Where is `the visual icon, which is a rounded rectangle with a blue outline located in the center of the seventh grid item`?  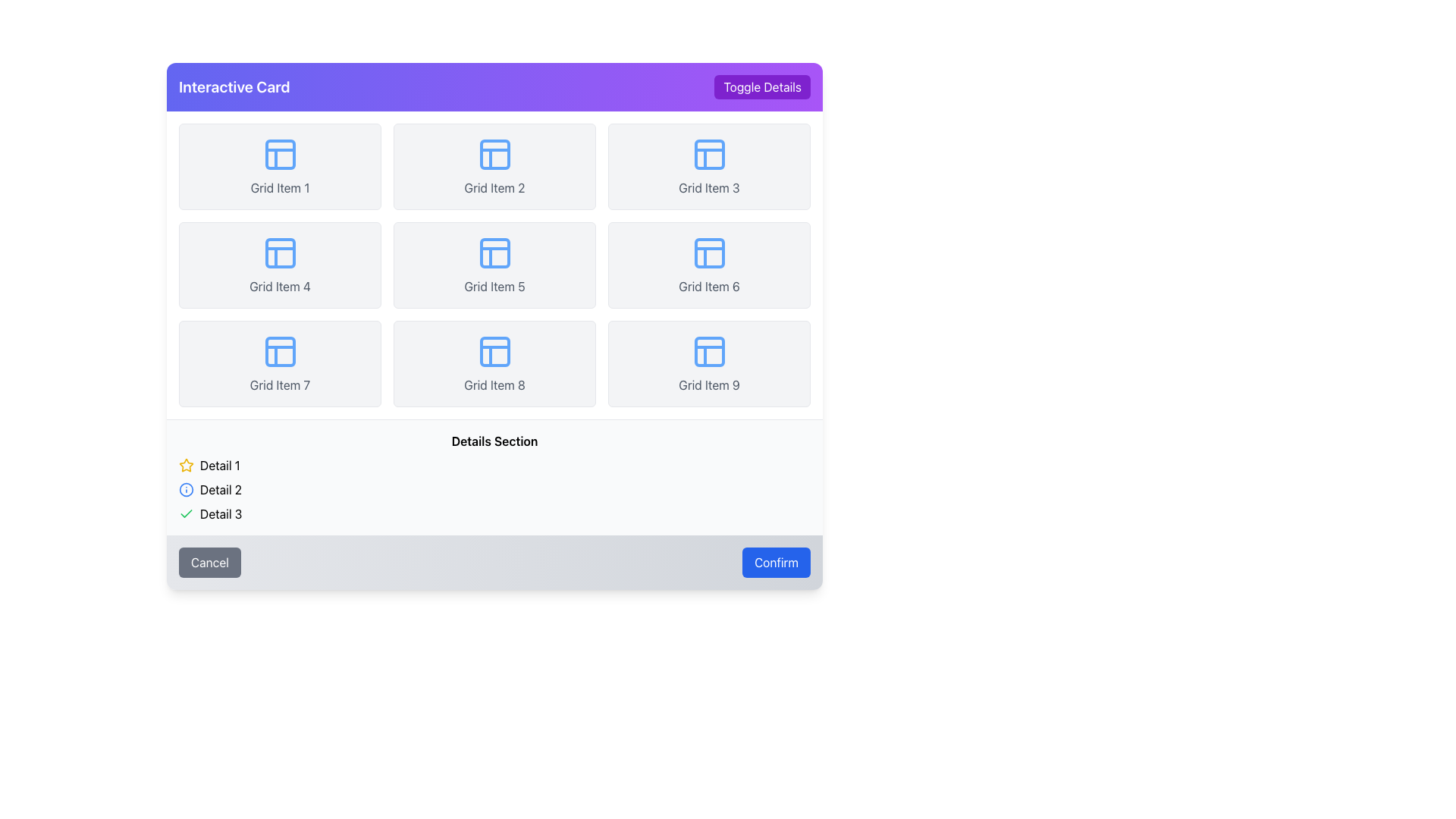
the visual icon, which is a rounded rectangle with a blue outline located in the center of the seventh grid item is located at coordinates (280, 351).